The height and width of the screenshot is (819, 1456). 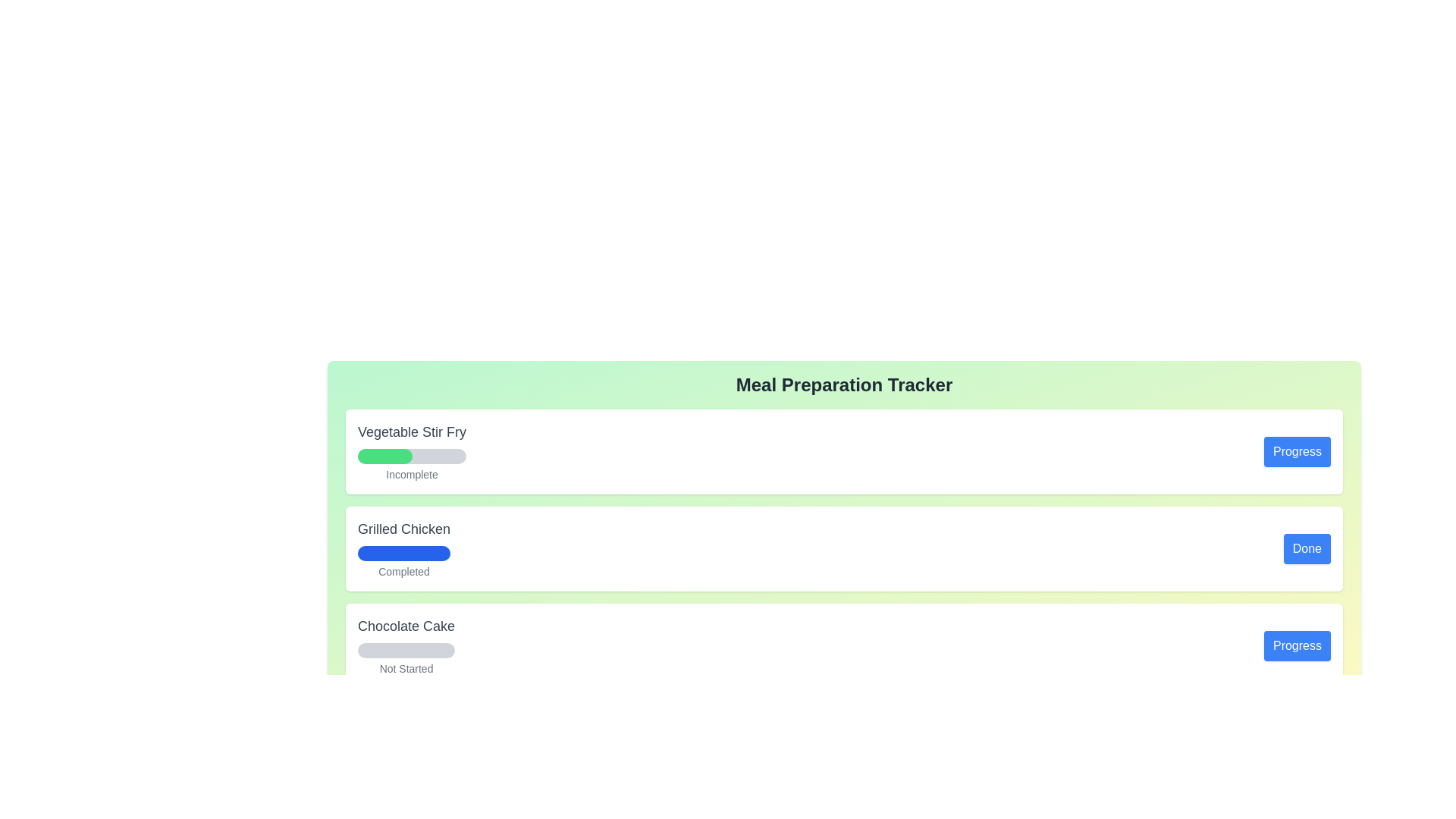 I want to click on the Progress indicator representing 50% completion of the 'Vegetable Stir Fry' task, located at the top of the interface, so click(x=384, y=455).